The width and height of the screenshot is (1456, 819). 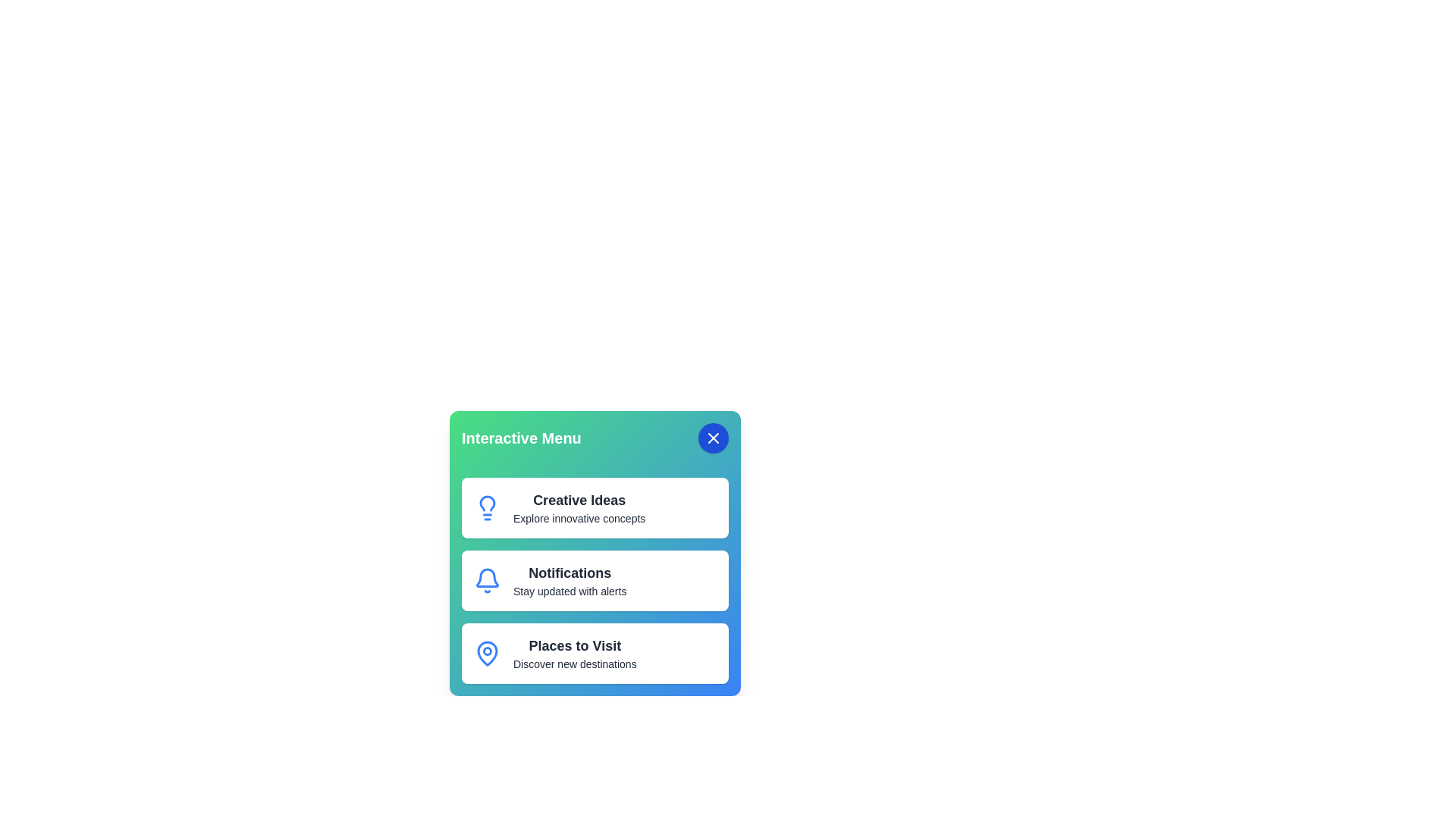 I want to click on the menu item corresponding to Places to Visit, so click(x=595, y=652).